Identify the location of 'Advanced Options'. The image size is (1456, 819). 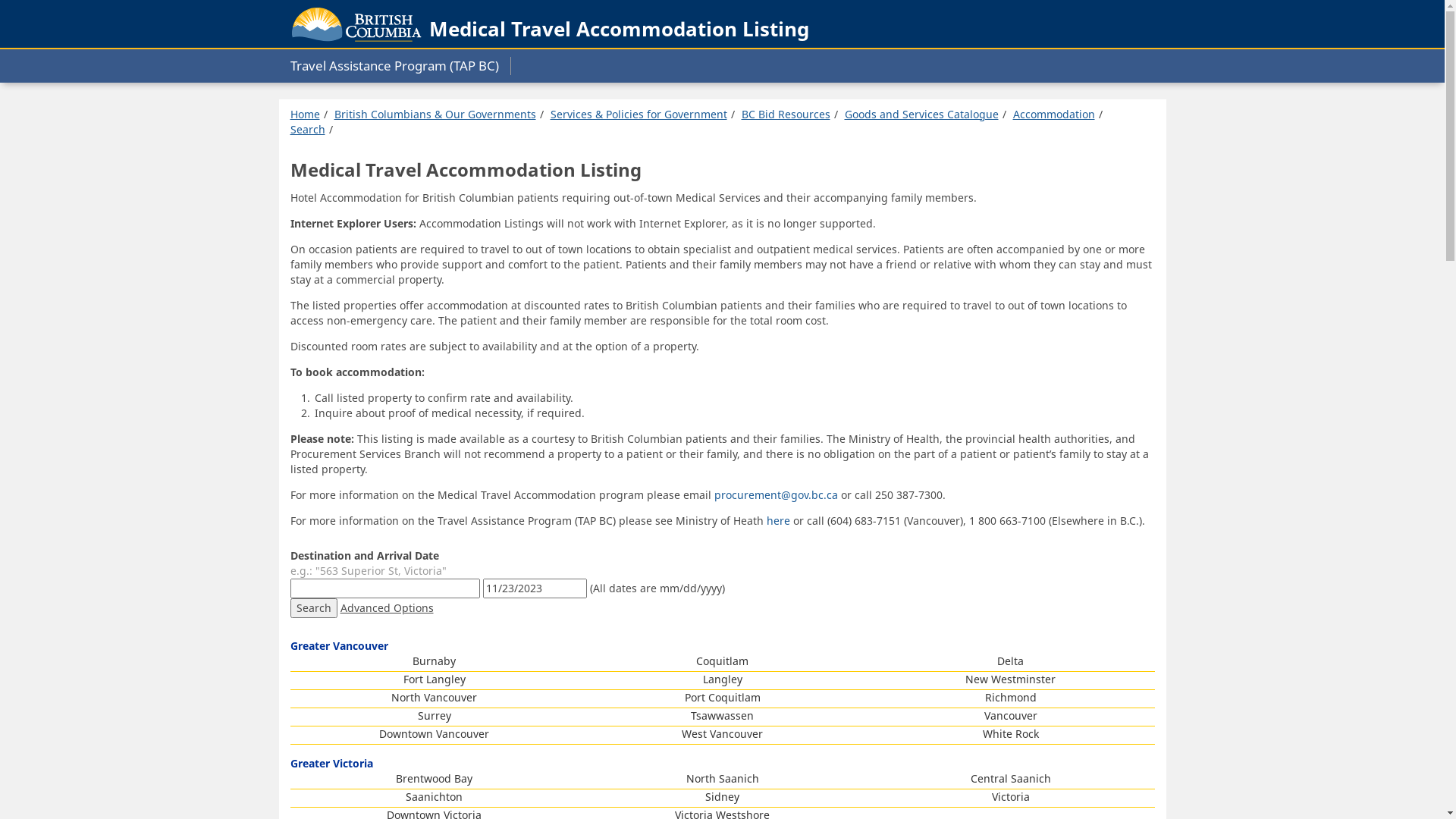
(386, 607).